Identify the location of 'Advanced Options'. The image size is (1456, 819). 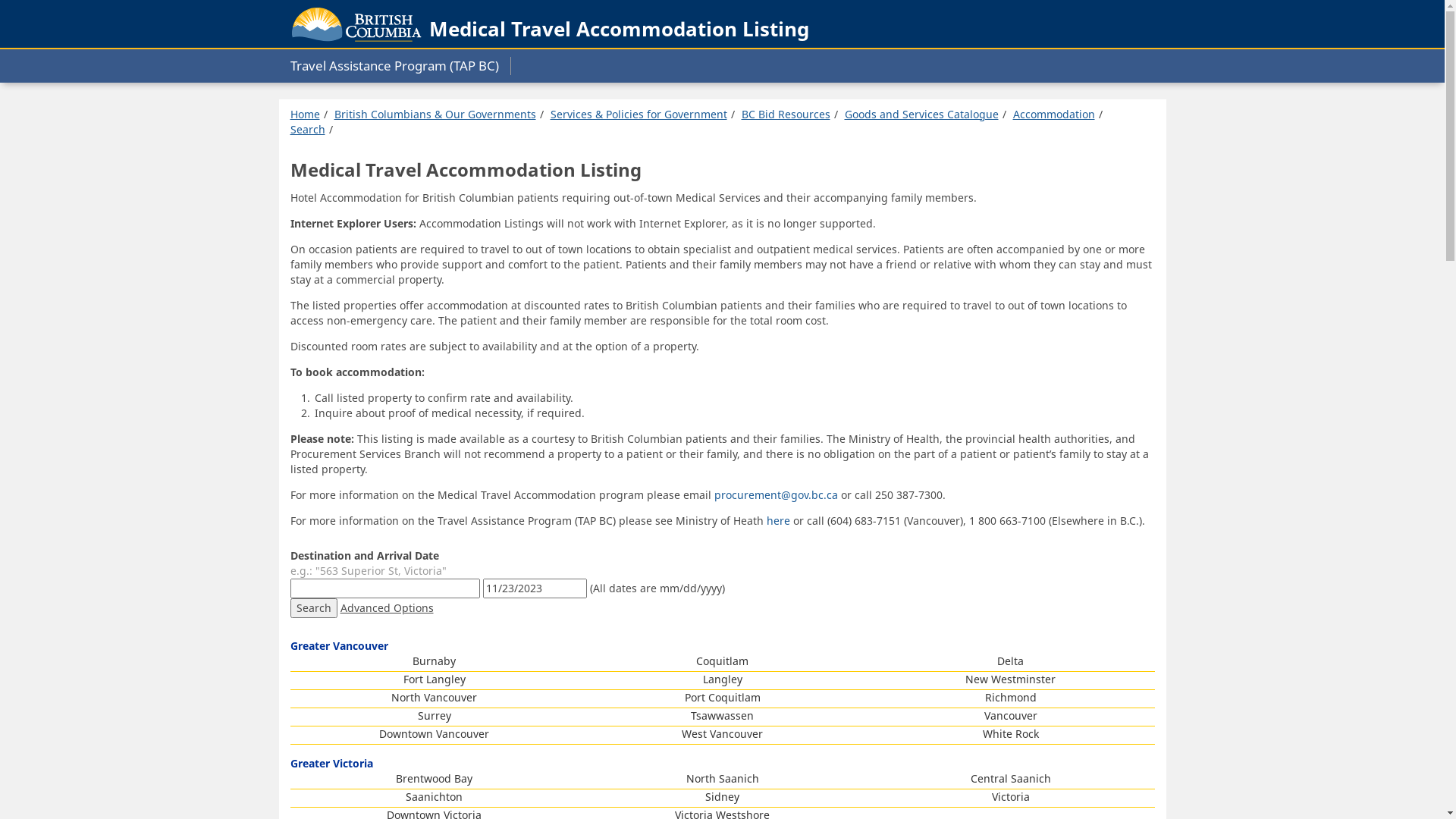
(386, 607).